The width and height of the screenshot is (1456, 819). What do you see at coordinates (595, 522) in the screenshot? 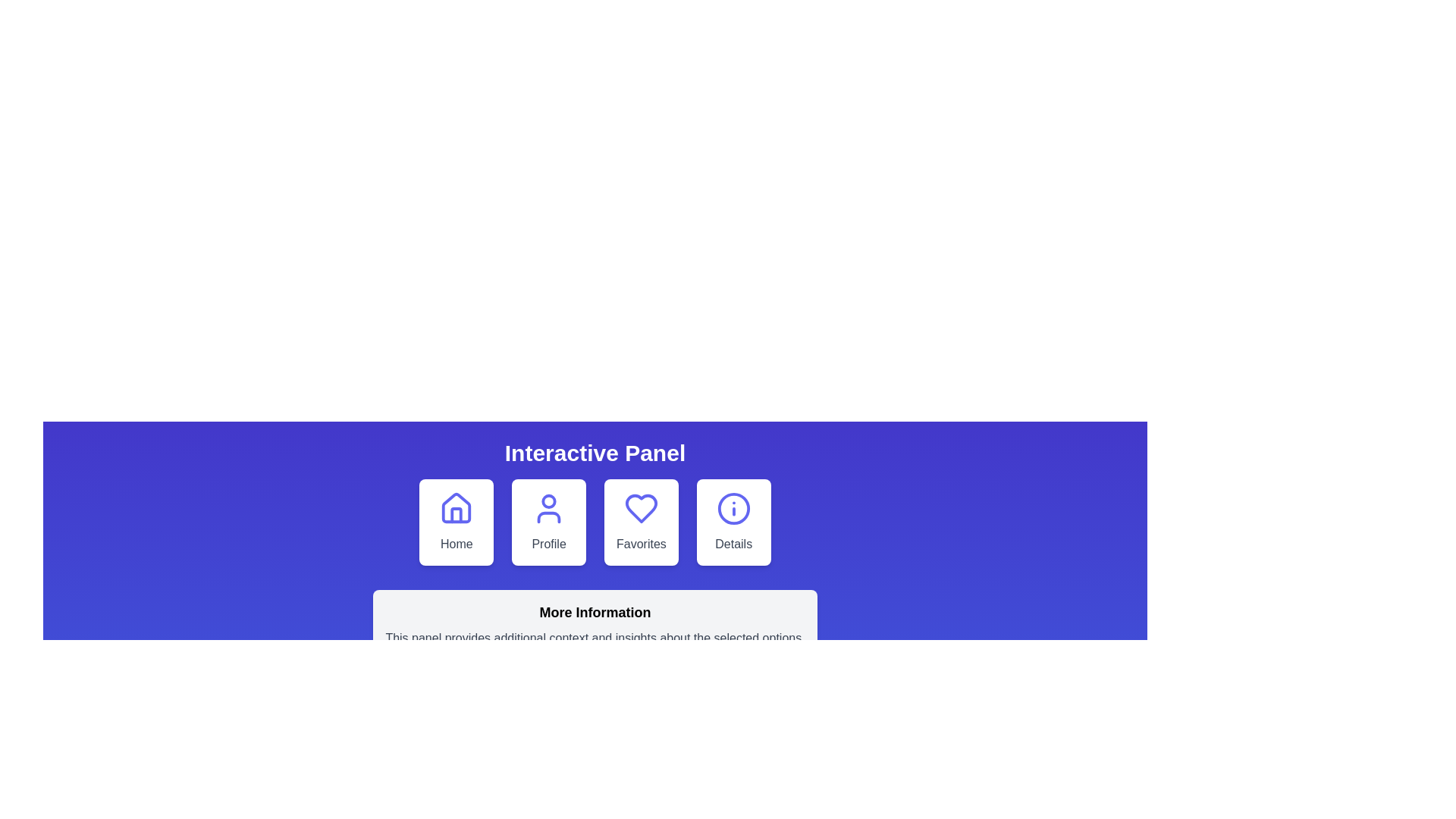
I see `the grid of navigation cards` at bounding box center [595, 522].